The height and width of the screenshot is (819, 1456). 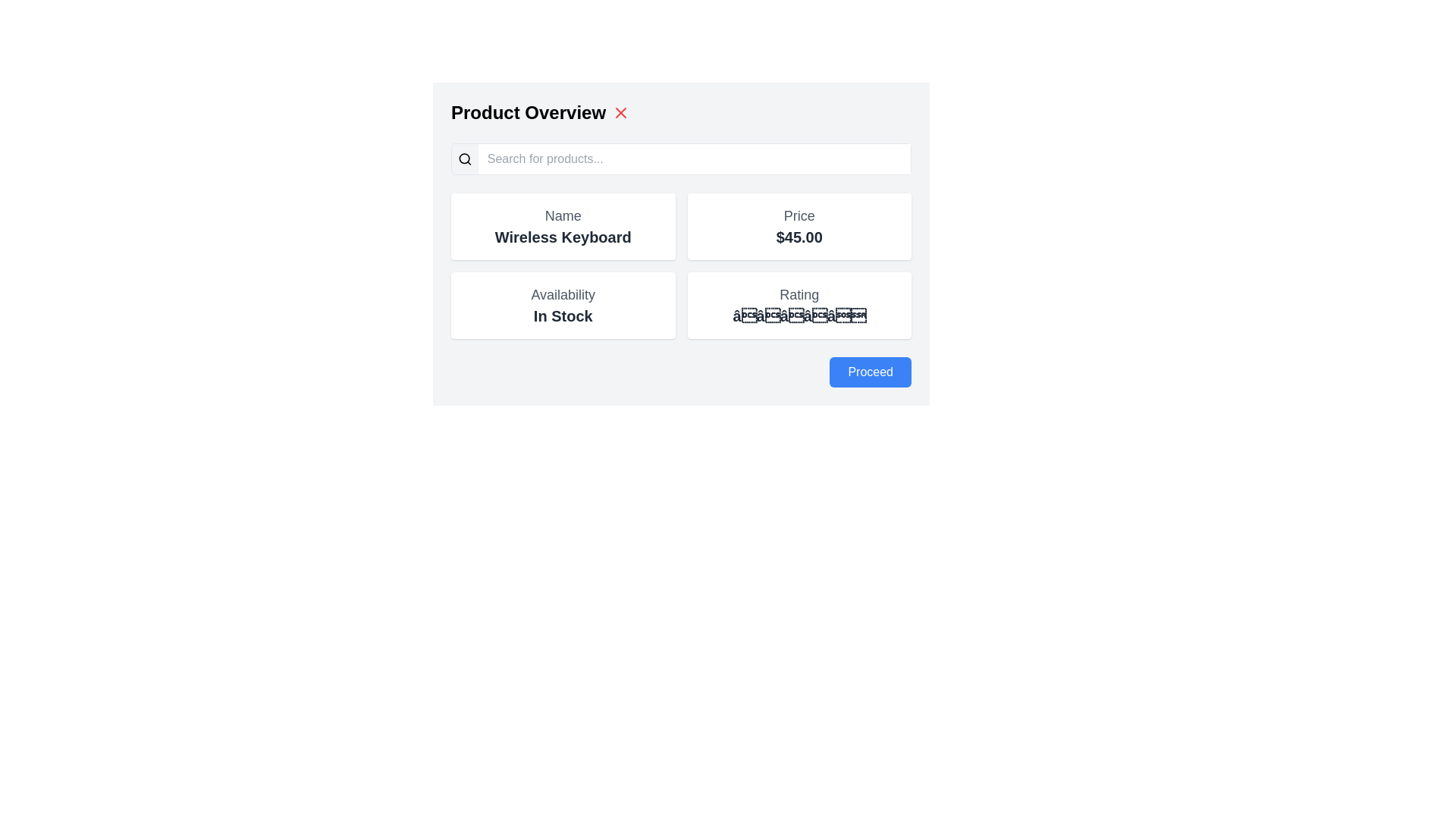 What do you see at coordinates (463, 158) in the screenshot?
I see `the circular graphic within the search icon located at the top-left side of the interface layout` at bounding box center [463, 158].